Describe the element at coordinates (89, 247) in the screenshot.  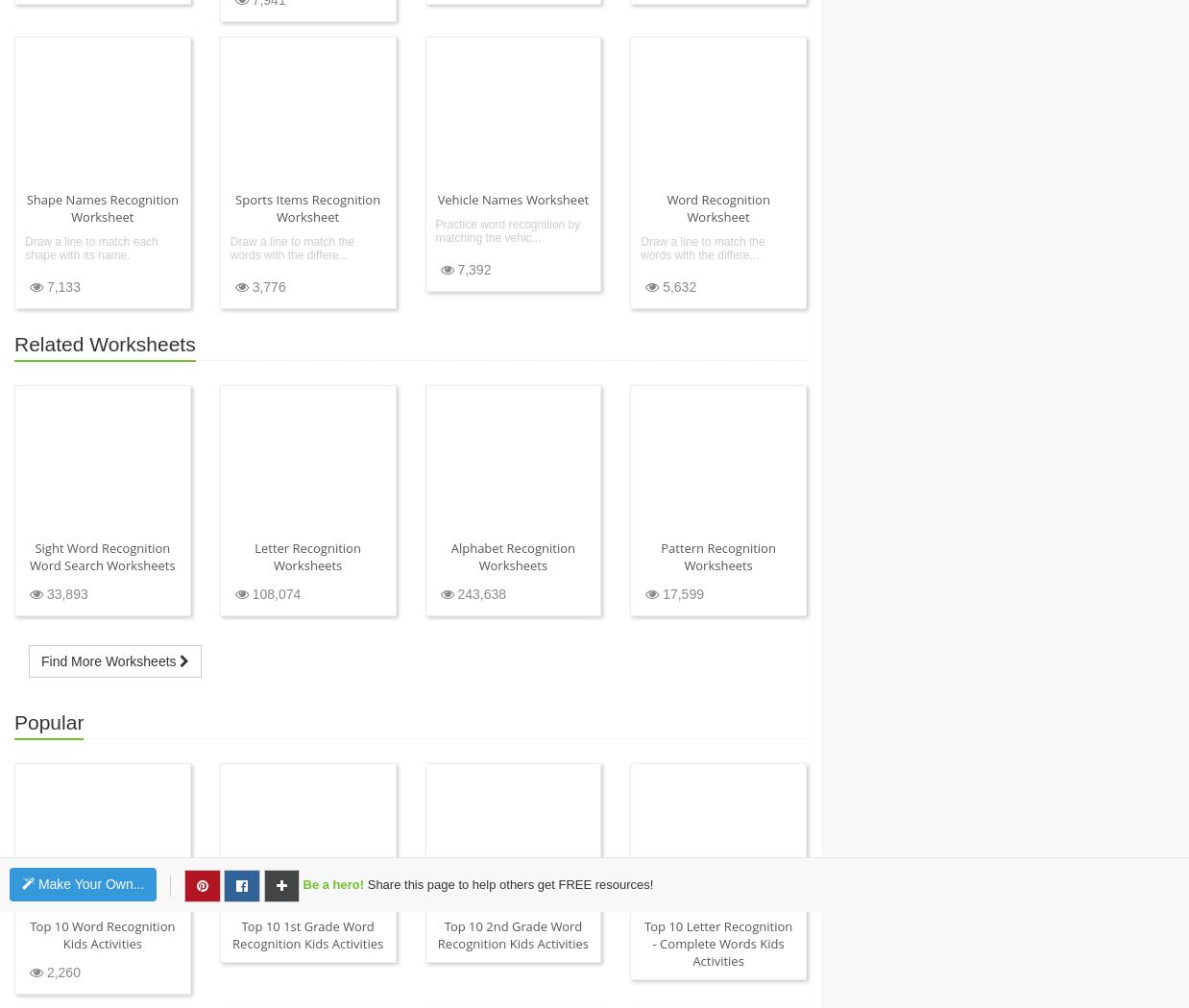
I see `'Draw a line to match each shape with its name.'` at that location.